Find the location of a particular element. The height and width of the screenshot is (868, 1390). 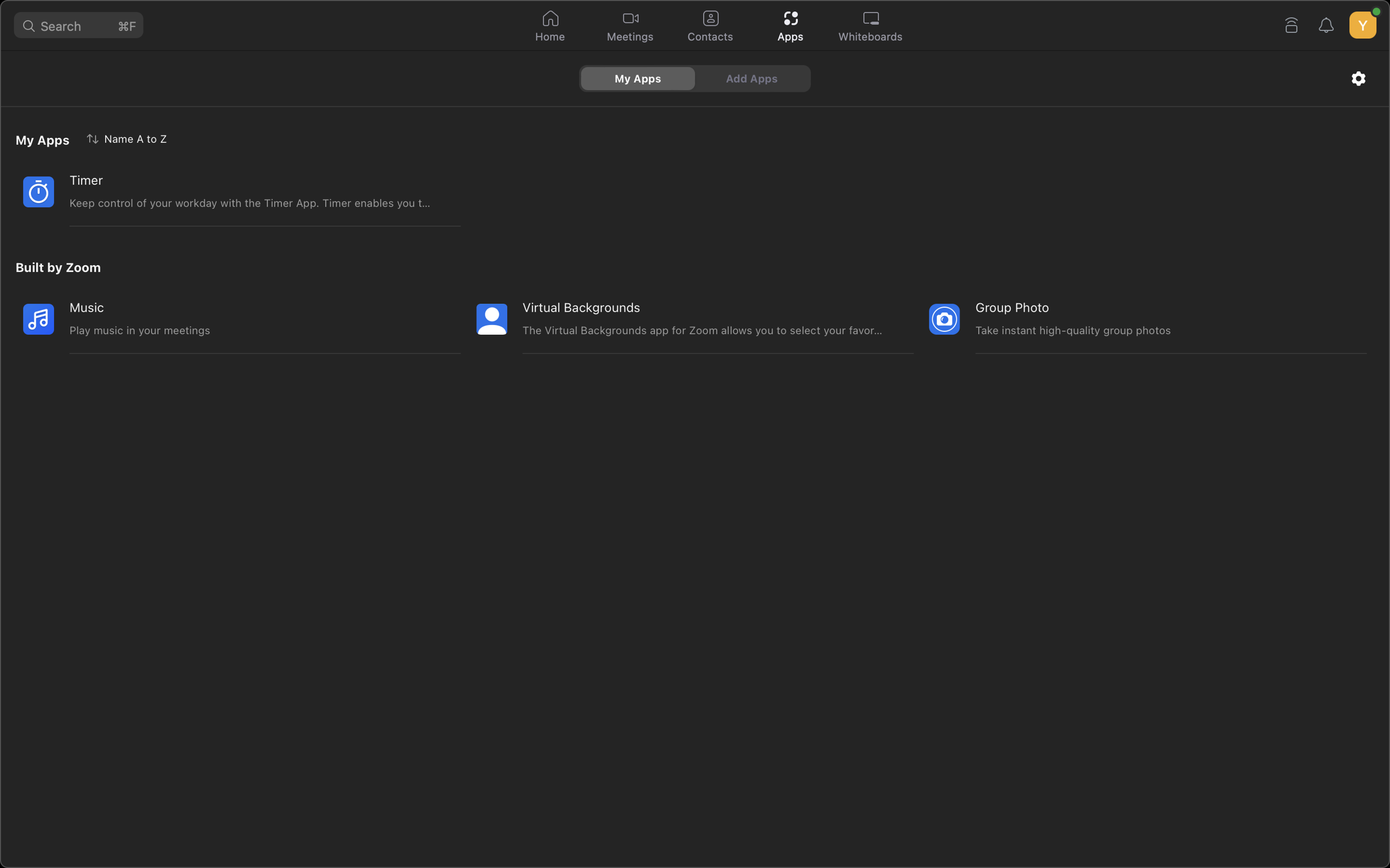

Start the timer software is located at coordinates (224, 191).